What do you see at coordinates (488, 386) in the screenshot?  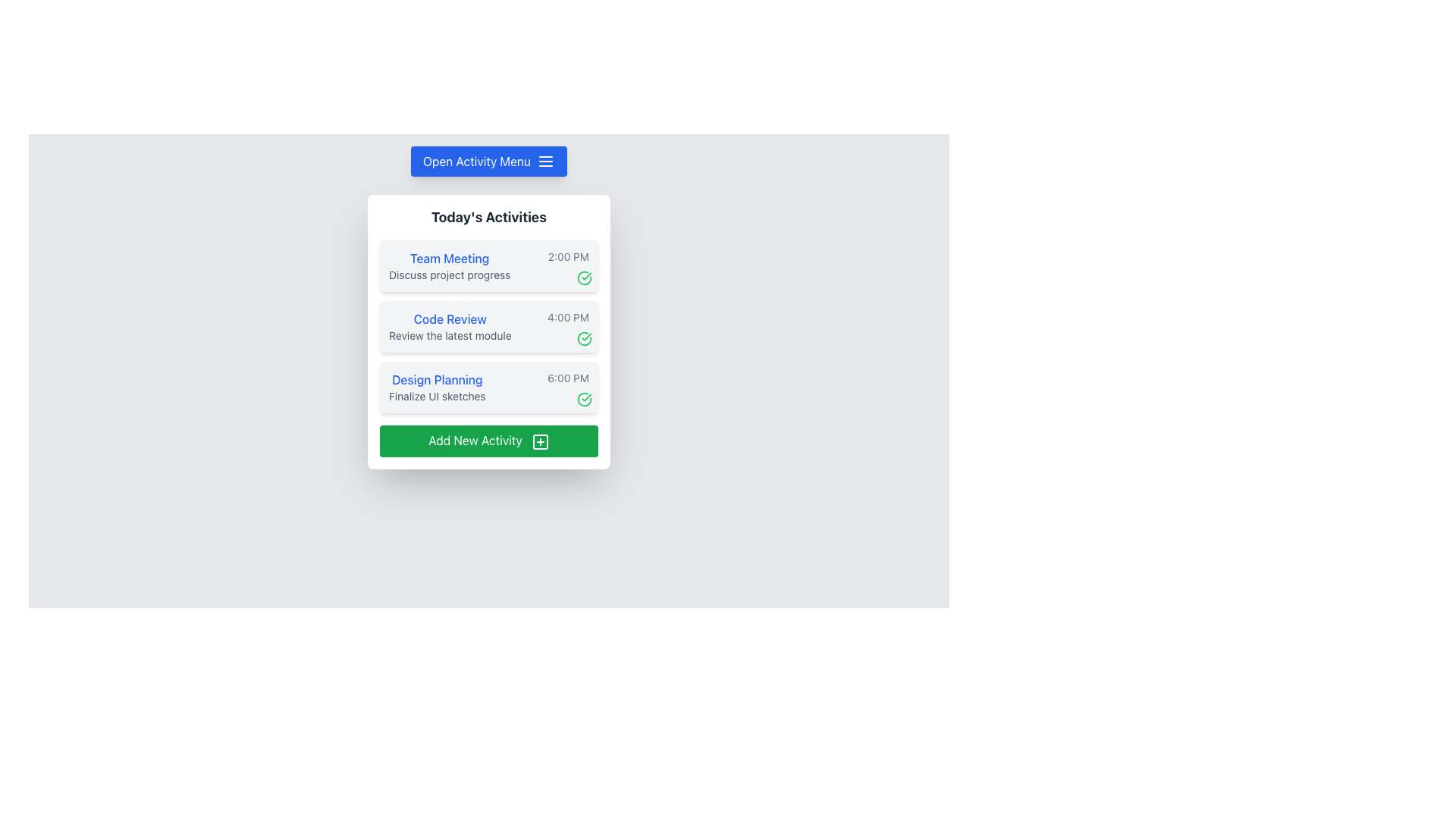 I see `the third information card in the 'Today's Activities' list, which displays a scheduled activity with its title, description, time, and status indicator` at bounding box center [488, 386].